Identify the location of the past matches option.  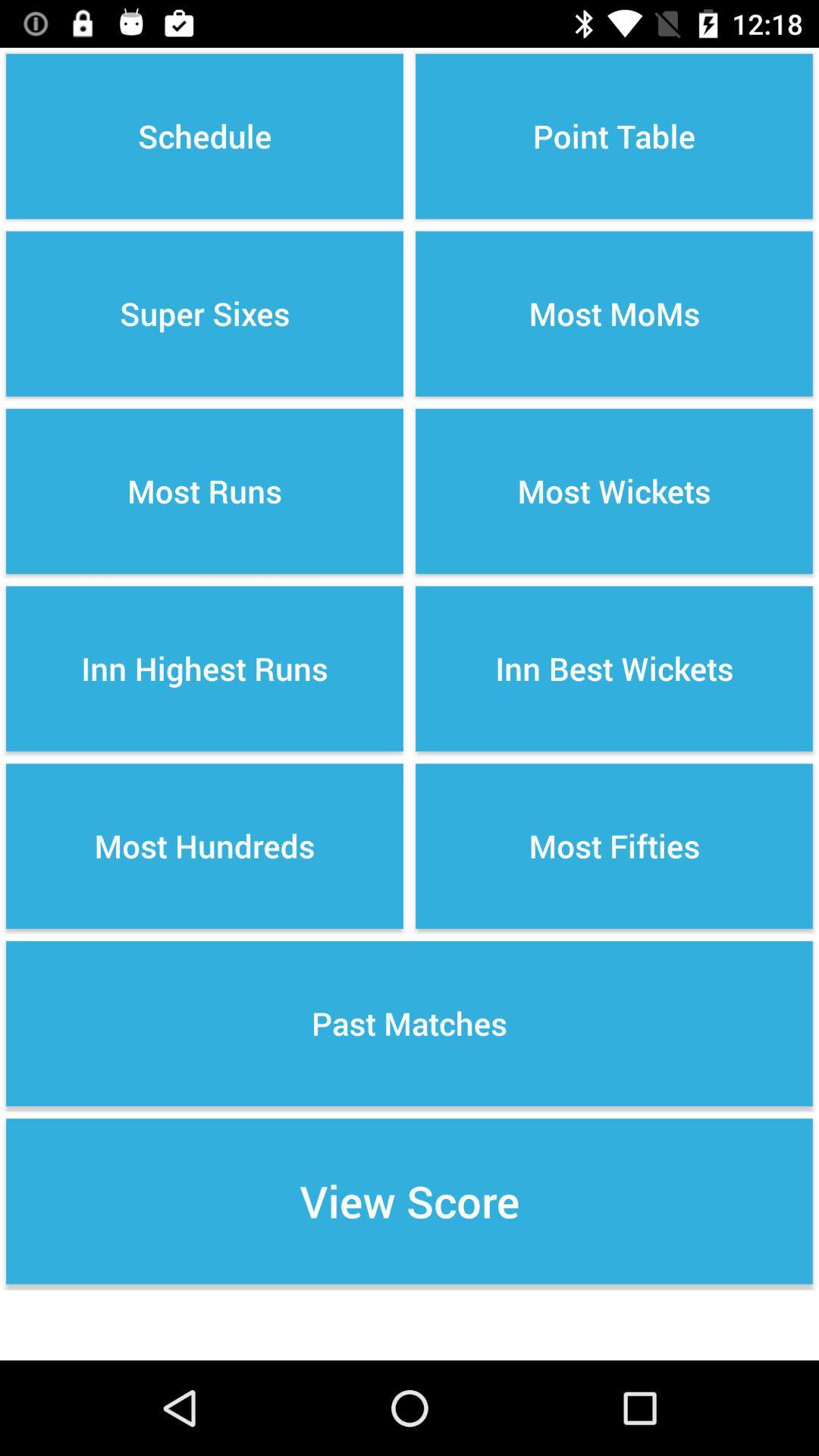
(409, 1023).